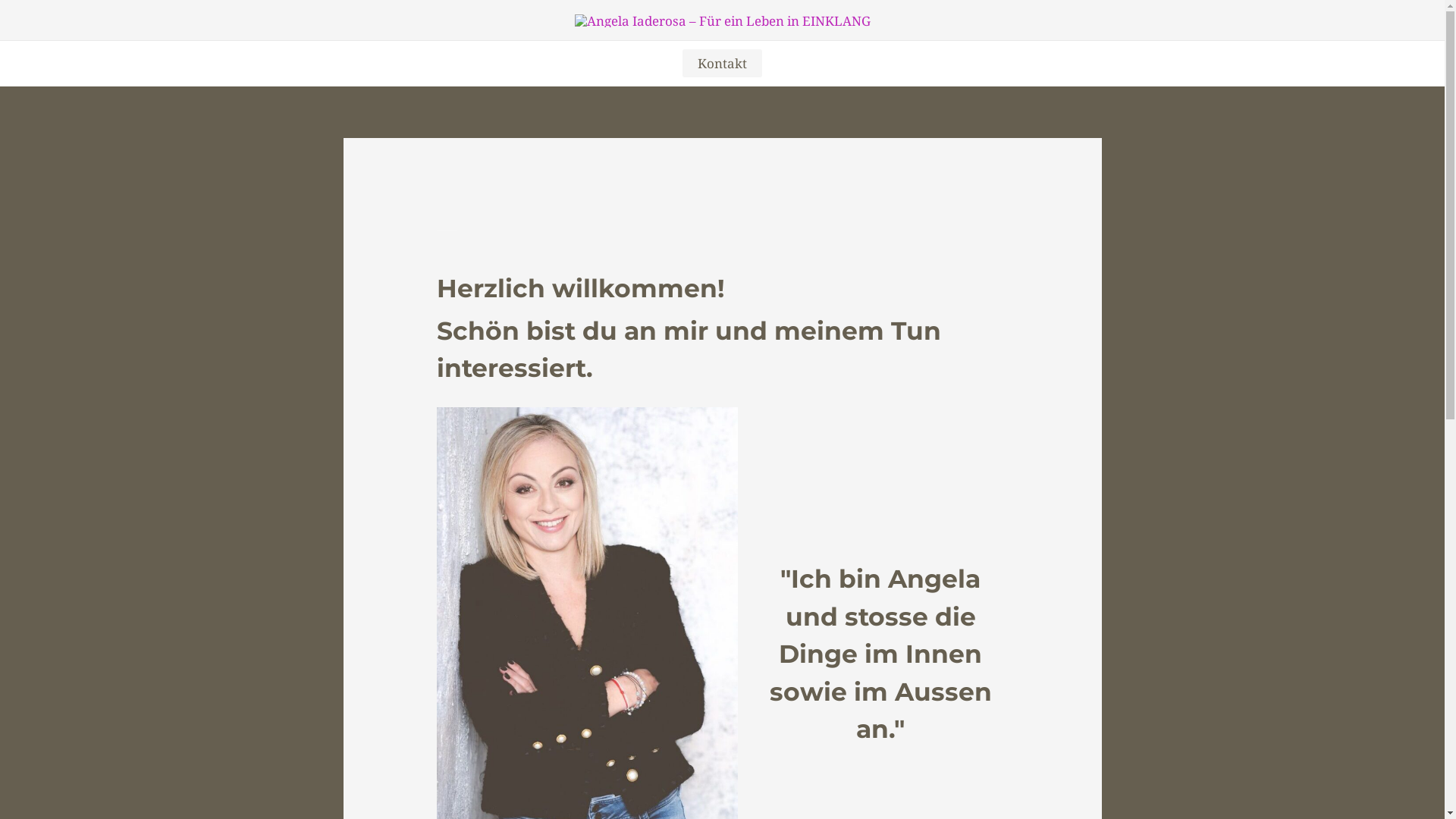 The image size is (1456, 819). What do you see at coordinates (721, 62) in the screenshot?
I see `'Kontakt'` at bounding box center [721, 62].